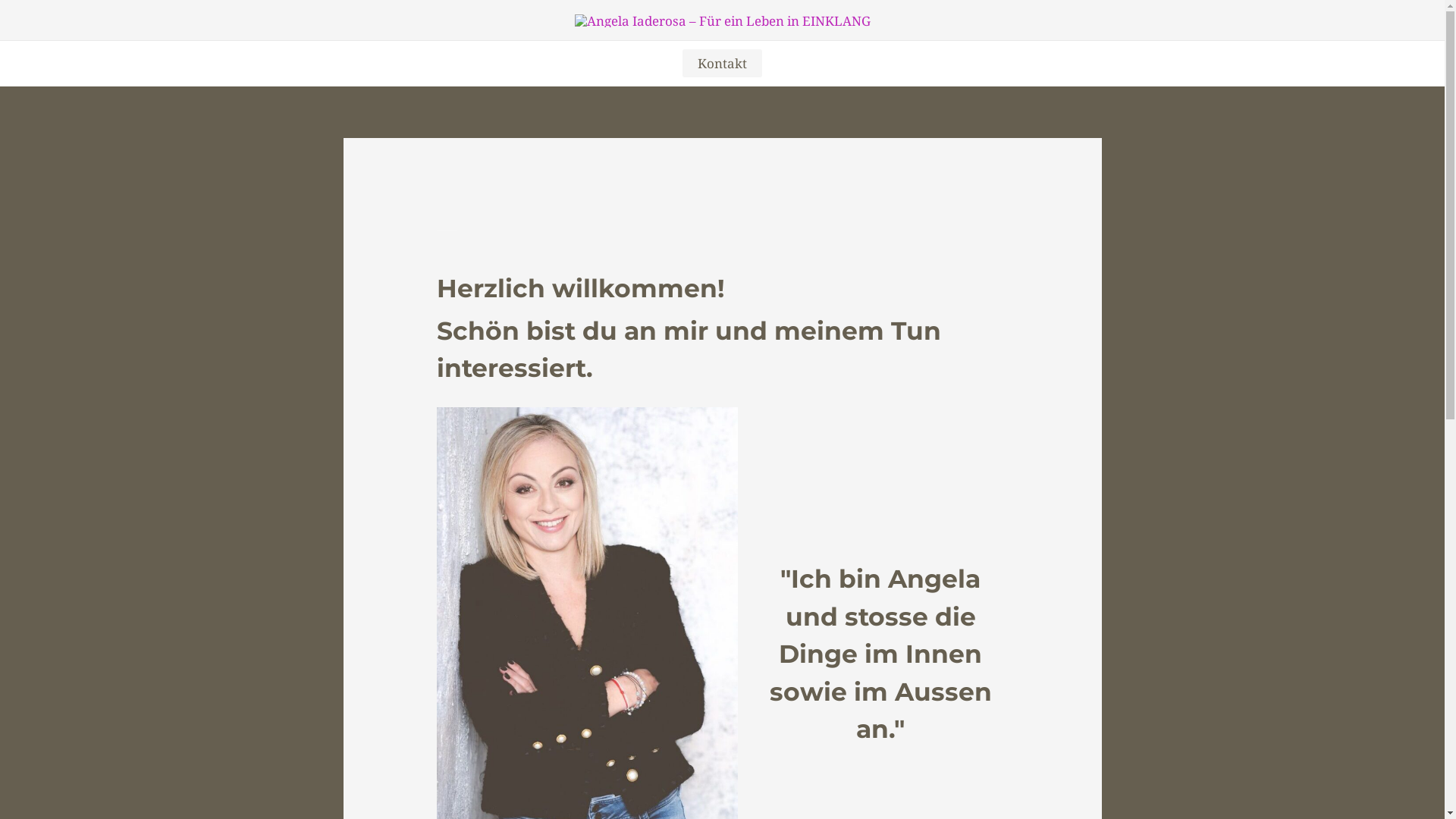 The image size is (1456, 819). What do you see at coordinates (721, 62) in the screenshot?
I see `'Kontakt'` at bounding box center [721, 62].